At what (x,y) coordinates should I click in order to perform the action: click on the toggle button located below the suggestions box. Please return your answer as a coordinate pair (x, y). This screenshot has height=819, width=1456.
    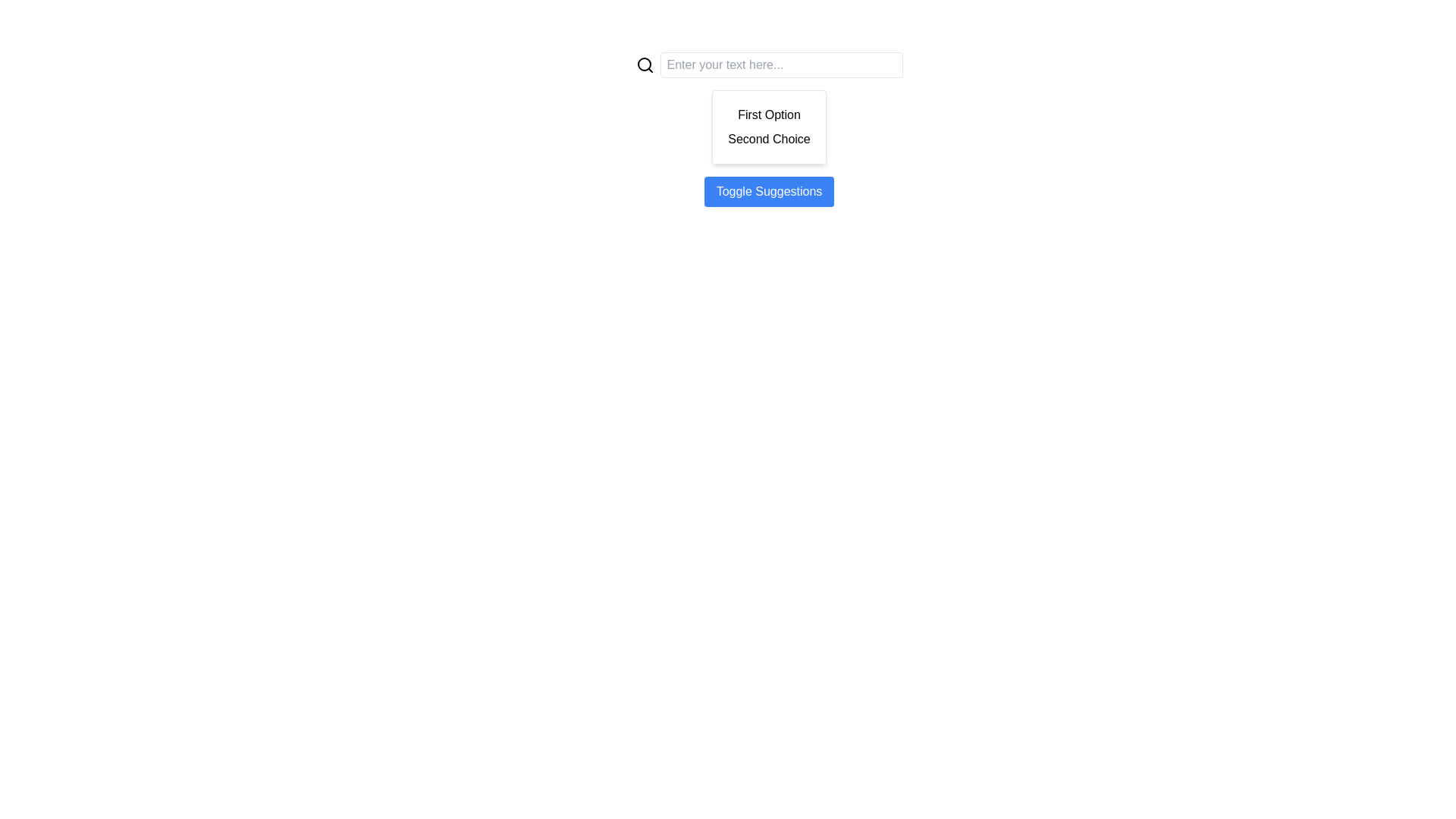
    Looking at the image, I should click on (769, 191).